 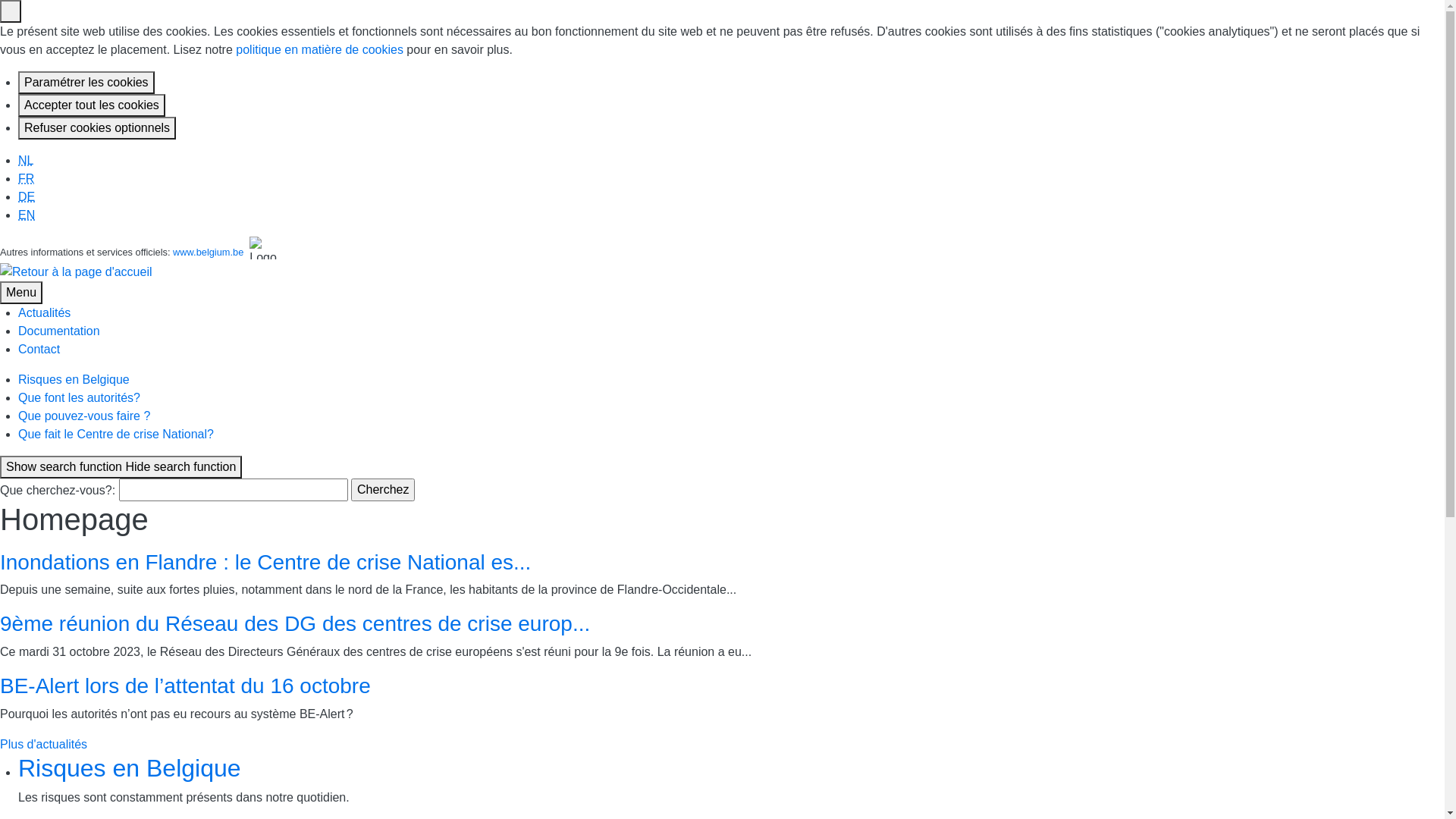 I want to click on 'Que pouvez-vous faire ?', so click(x=83, y=416).